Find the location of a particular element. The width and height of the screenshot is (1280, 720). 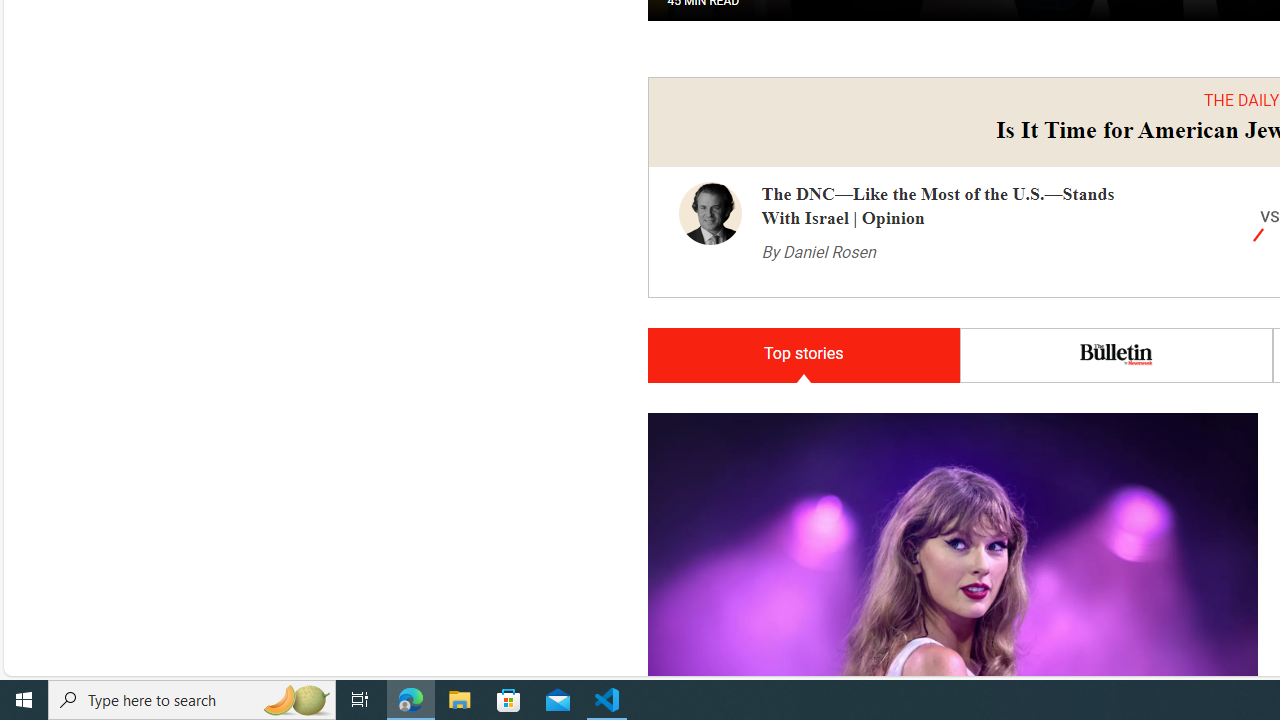

'File Explorer' is located at coordinates (459, 698).